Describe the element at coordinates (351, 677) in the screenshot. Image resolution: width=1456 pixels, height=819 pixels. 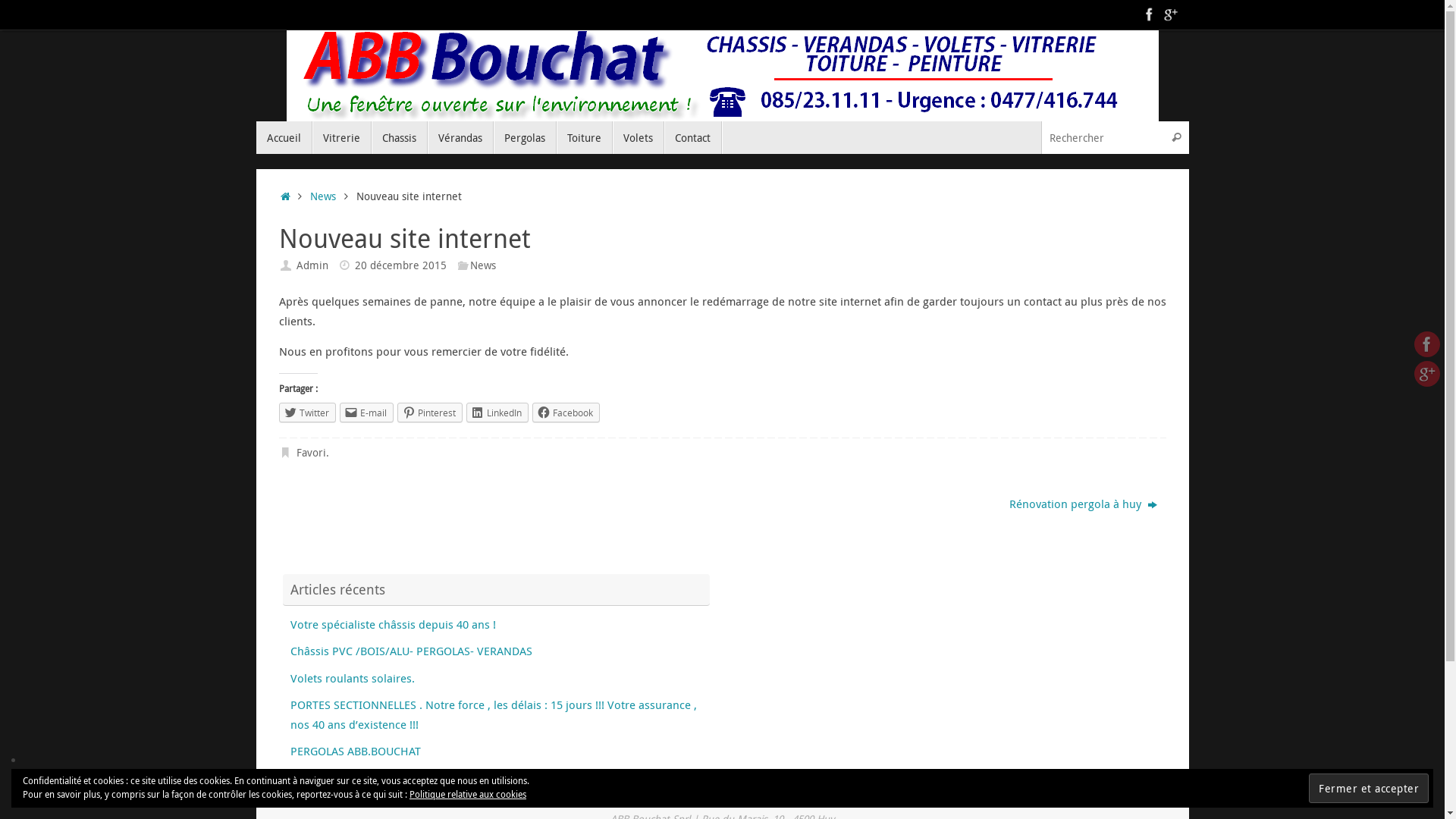
I see `'Volets roulants solaires.'` at that location.